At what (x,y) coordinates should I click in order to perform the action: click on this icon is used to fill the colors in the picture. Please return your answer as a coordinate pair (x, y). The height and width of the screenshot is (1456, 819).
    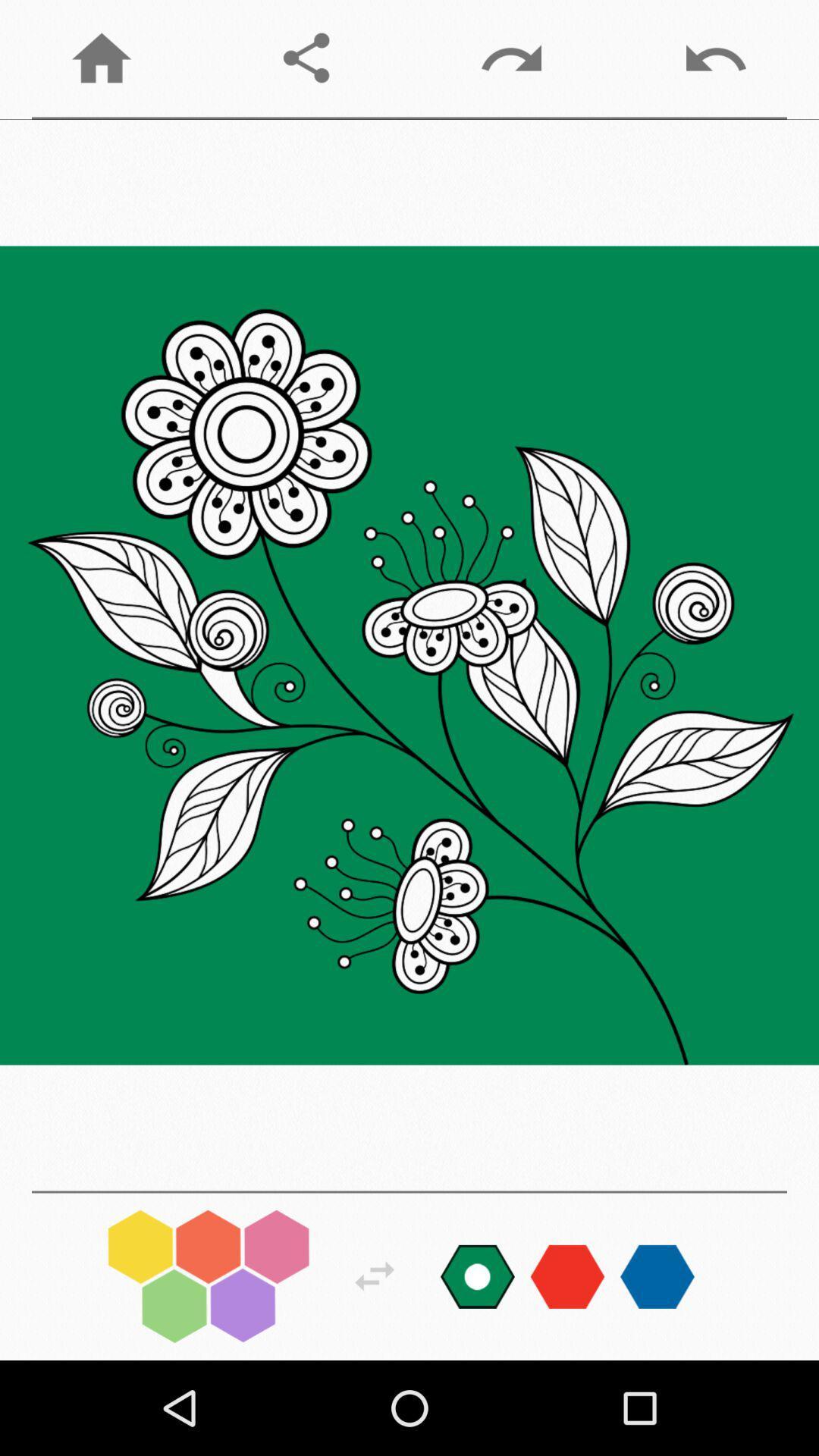
    Looking at the image, I should click on (209, 1276).